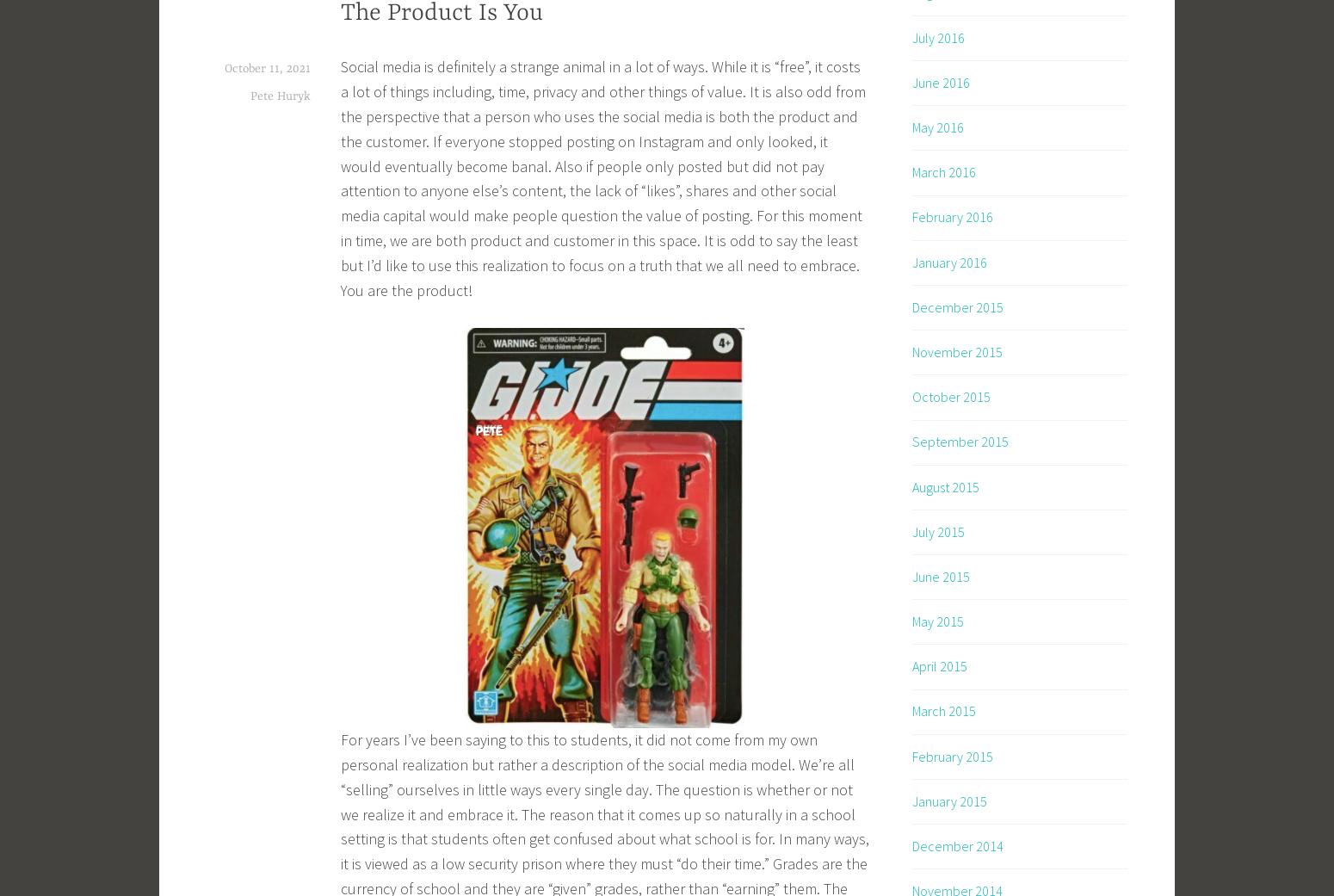  Describe the element at coordinates (952, 216) in the screenshot. I see `'February 2016'` at that location.